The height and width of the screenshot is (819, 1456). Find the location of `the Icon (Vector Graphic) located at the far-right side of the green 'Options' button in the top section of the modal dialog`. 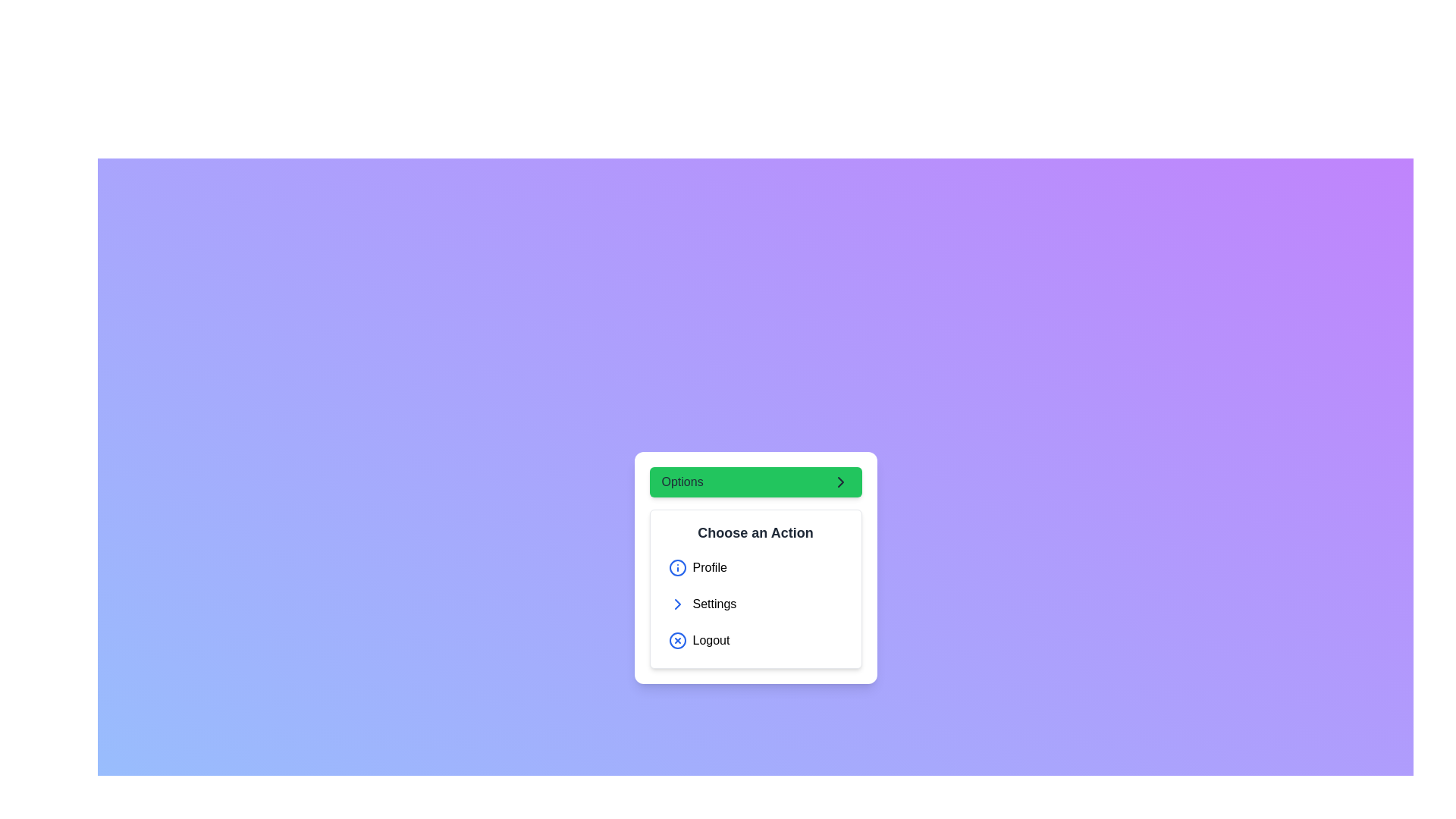

the Icon (Vector Graphic) located at the far-right side of the green 'Options' button in the top section of the modal dialog is located at coordinates (839, 482).